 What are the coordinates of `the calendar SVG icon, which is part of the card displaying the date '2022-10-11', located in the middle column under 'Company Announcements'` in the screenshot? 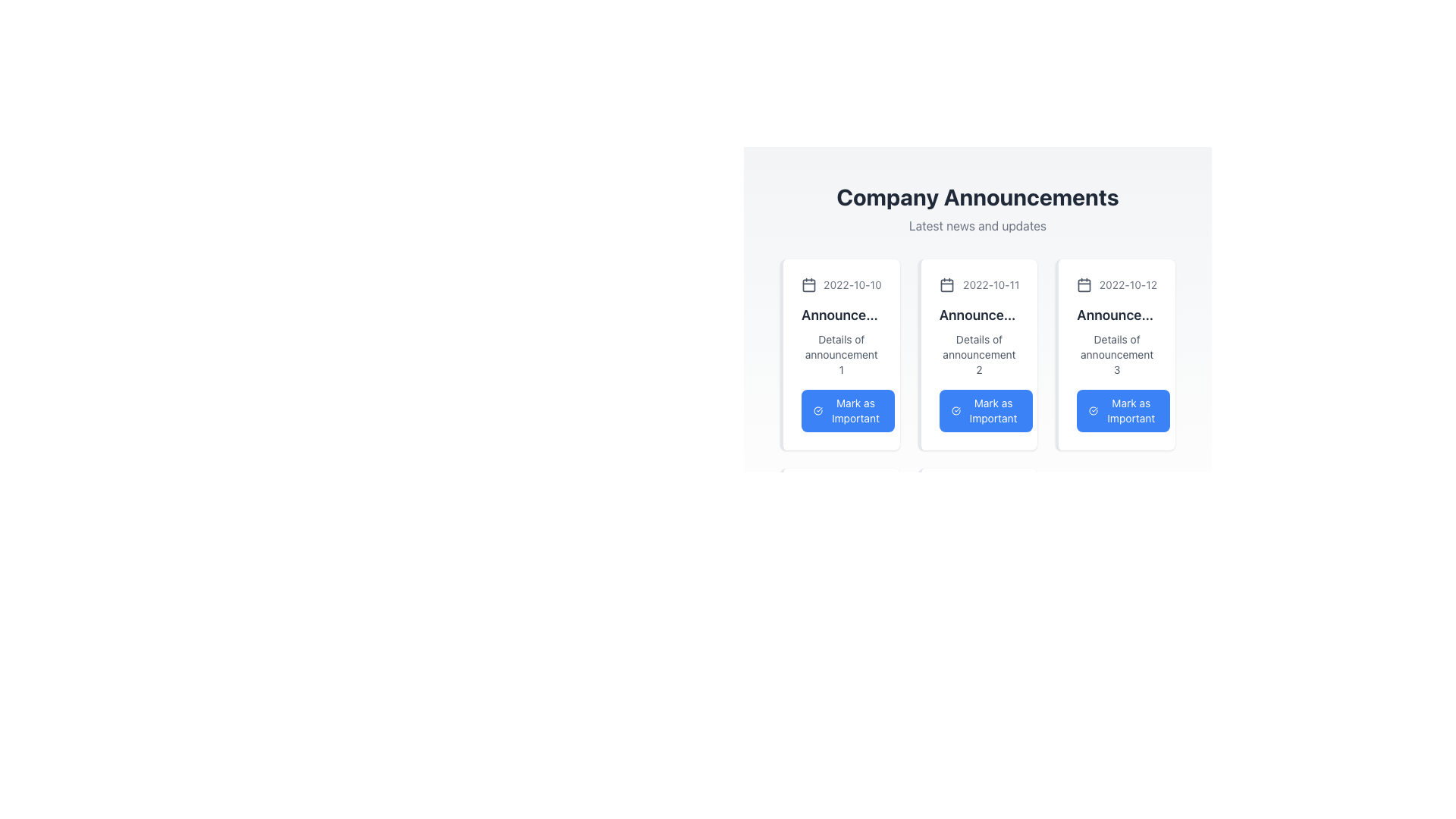 It's located at (946, 284).